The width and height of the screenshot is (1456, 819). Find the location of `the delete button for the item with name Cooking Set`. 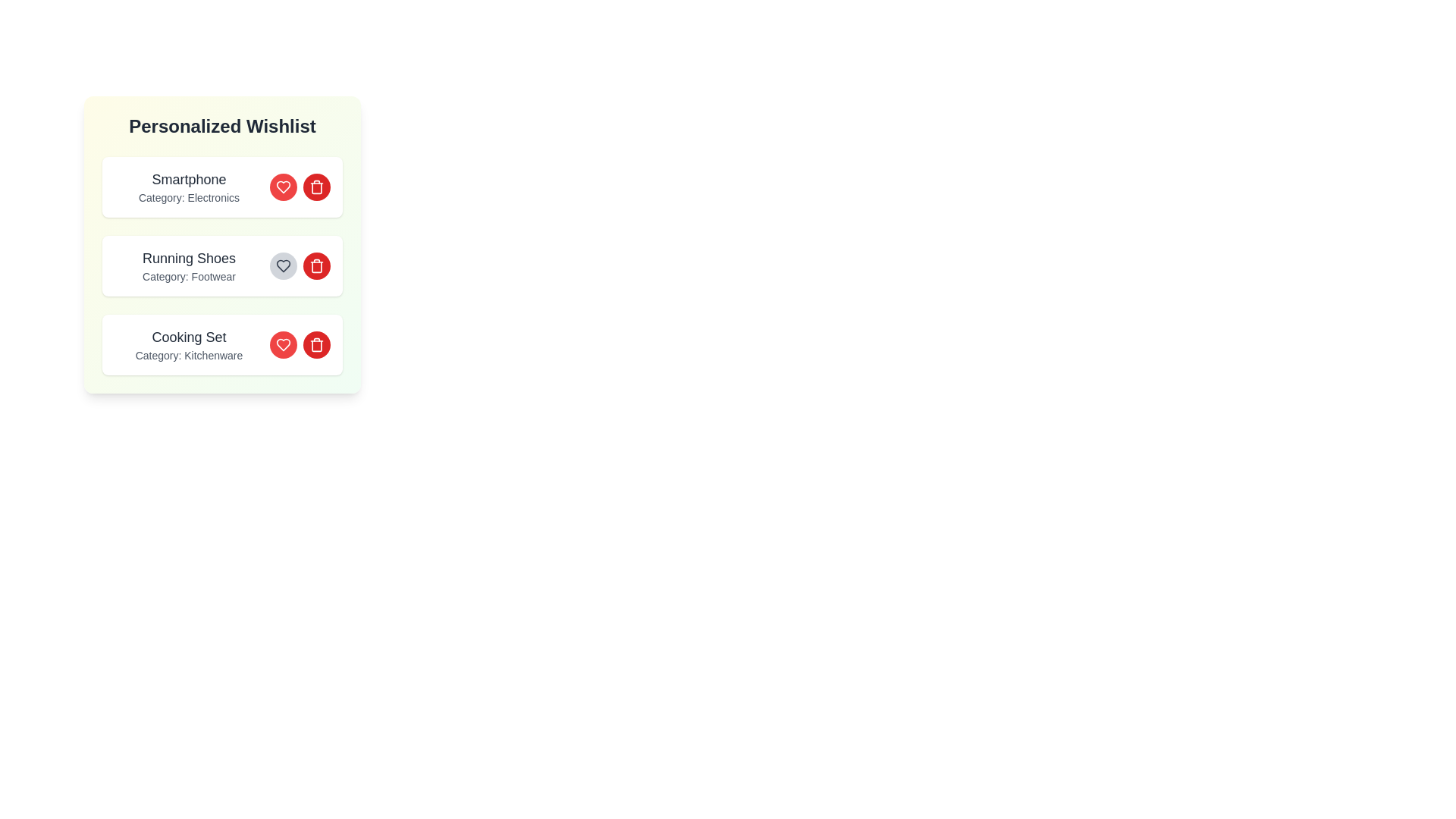

the delete button for the item with name Cooking Set is located at coordinates (315, 345).